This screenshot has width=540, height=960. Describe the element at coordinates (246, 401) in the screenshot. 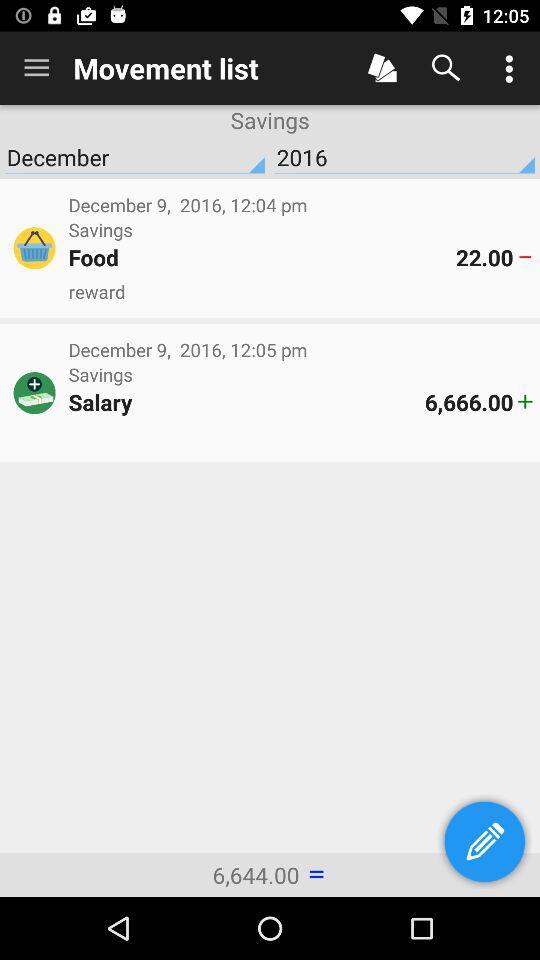

I see `item next to 6,666.00 item` at that location.